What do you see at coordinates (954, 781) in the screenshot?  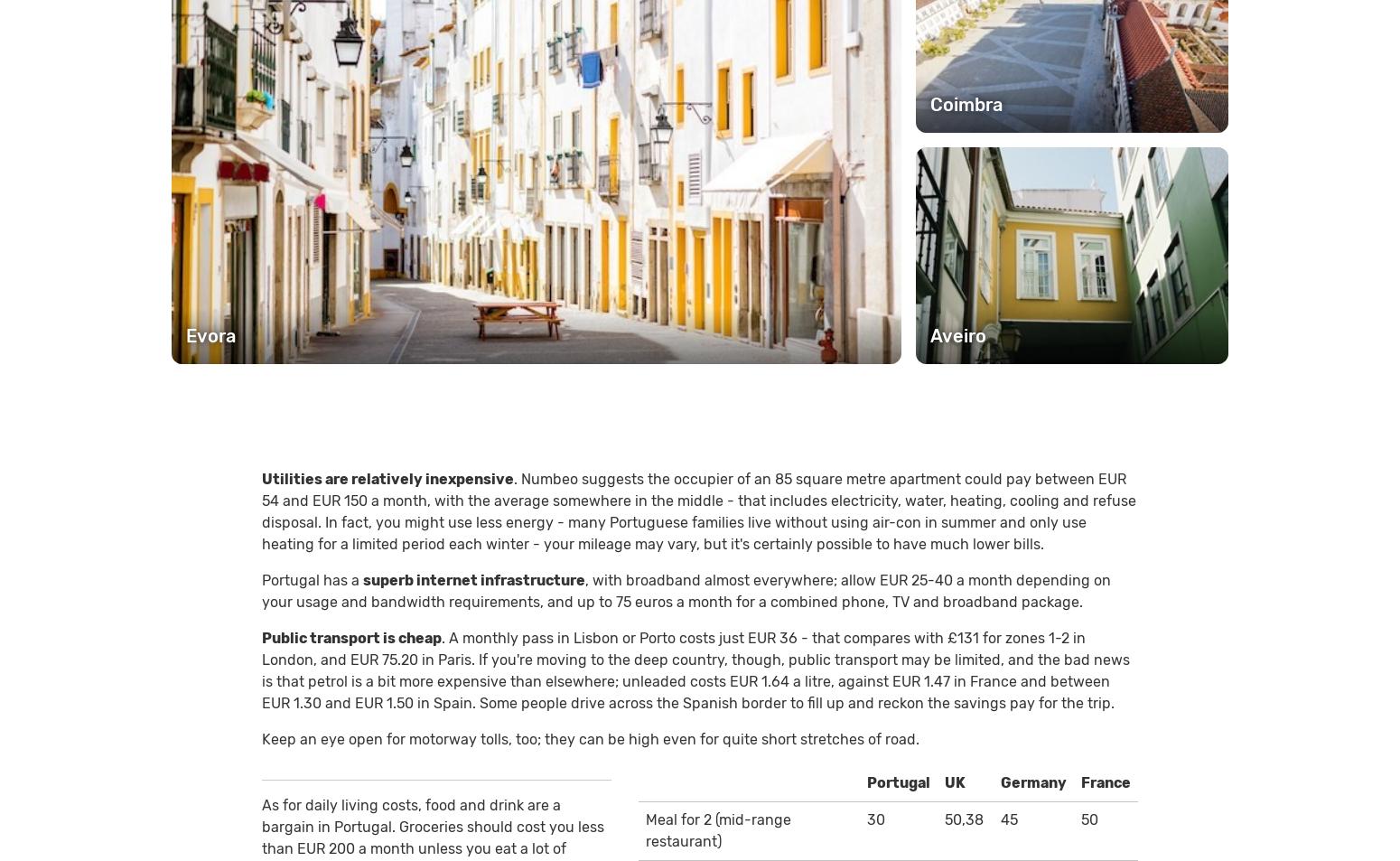 I see `'UK'` at bounding box center [954, 781].